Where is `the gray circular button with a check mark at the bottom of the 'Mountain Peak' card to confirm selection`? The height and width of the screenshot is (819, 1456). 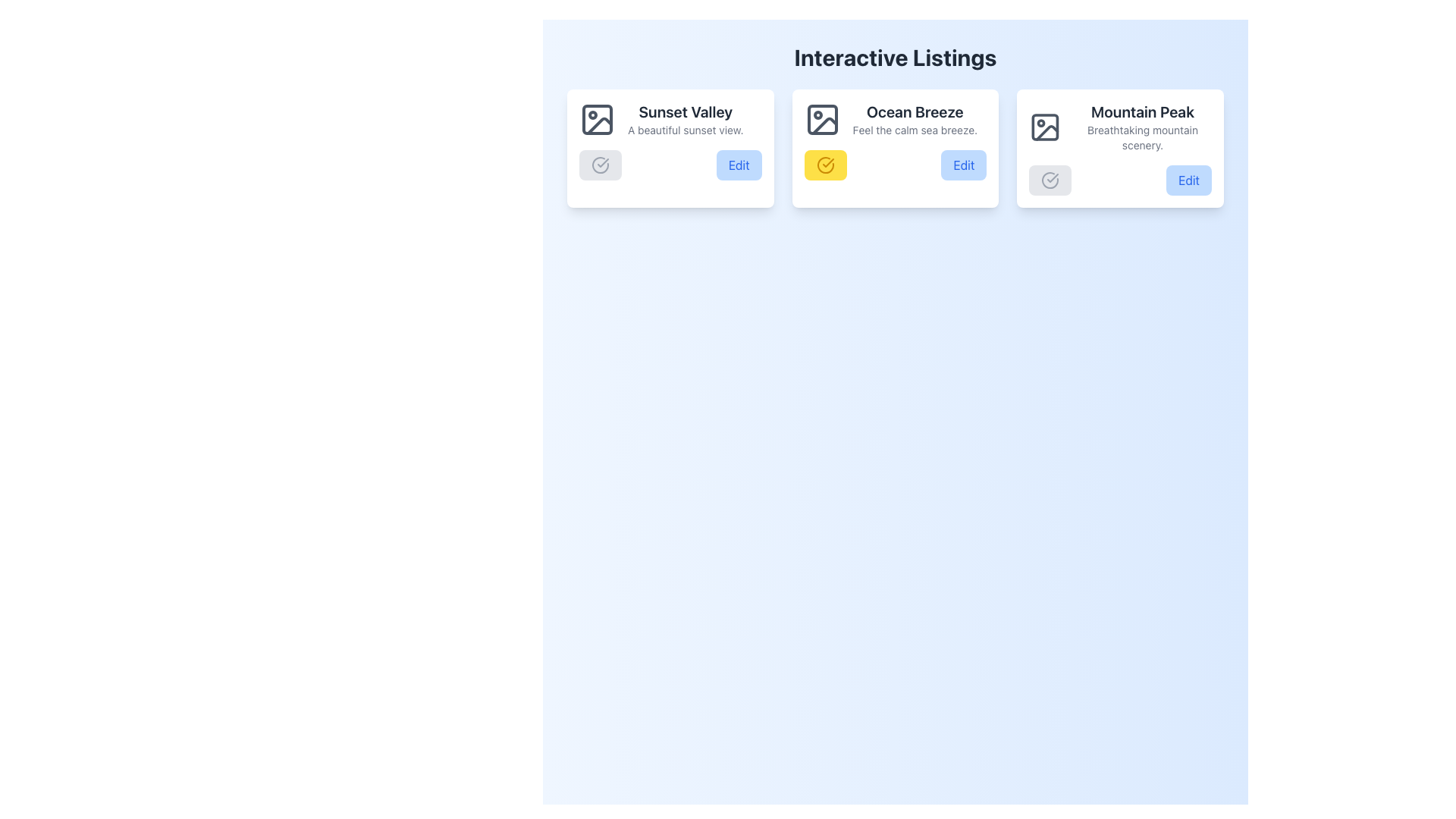 the gray circular button with a check mark at the bottom of the 'Mountain Peak' card to confirm selection is located at coordinates (1120, 149).